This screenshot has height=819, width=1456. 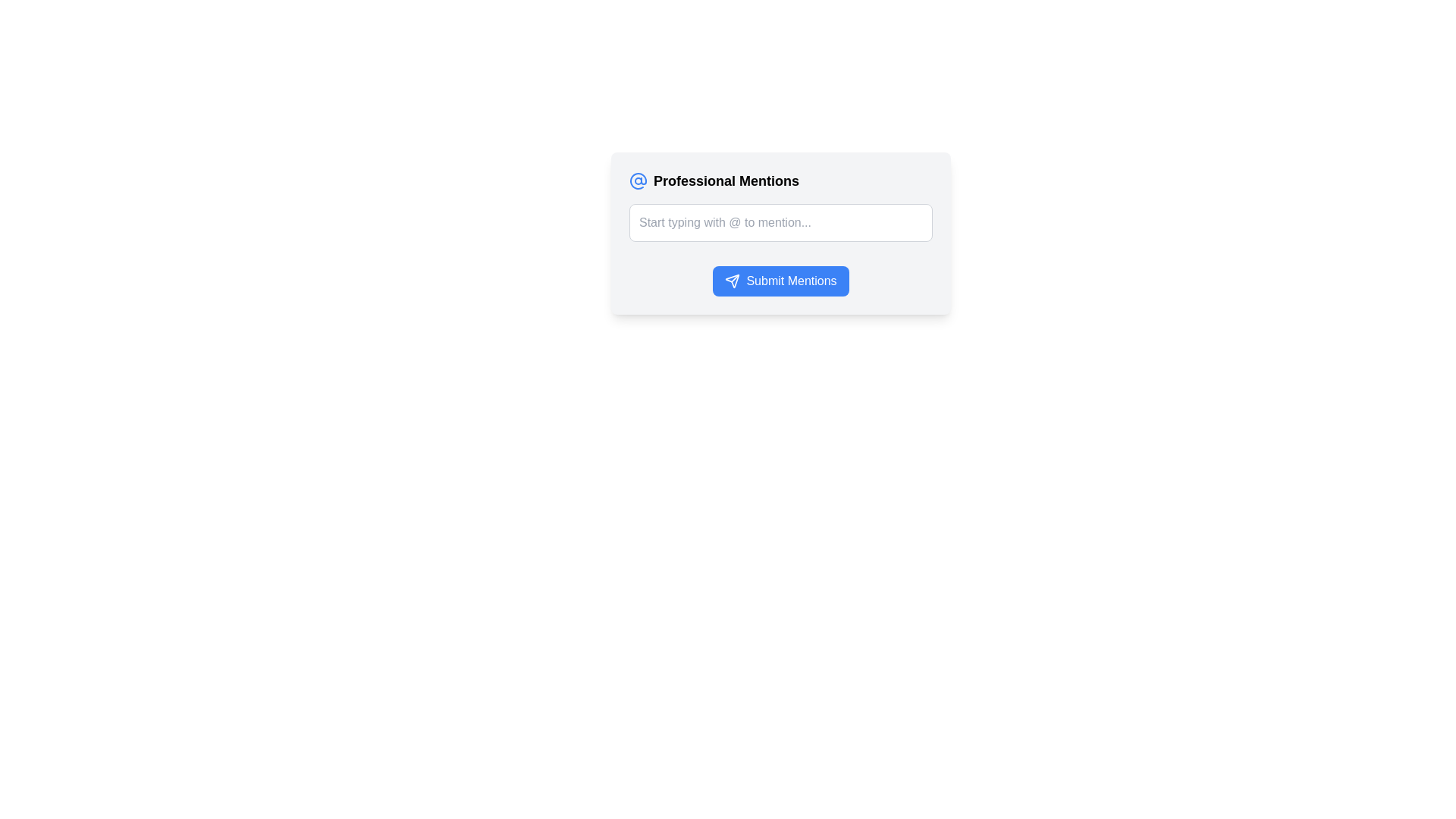 I want to click on the icon located in the header section of the 'Professional Mentions' box, which serves as a visual indicator for mentions or tagging functionality, so click(x=638, y=180).